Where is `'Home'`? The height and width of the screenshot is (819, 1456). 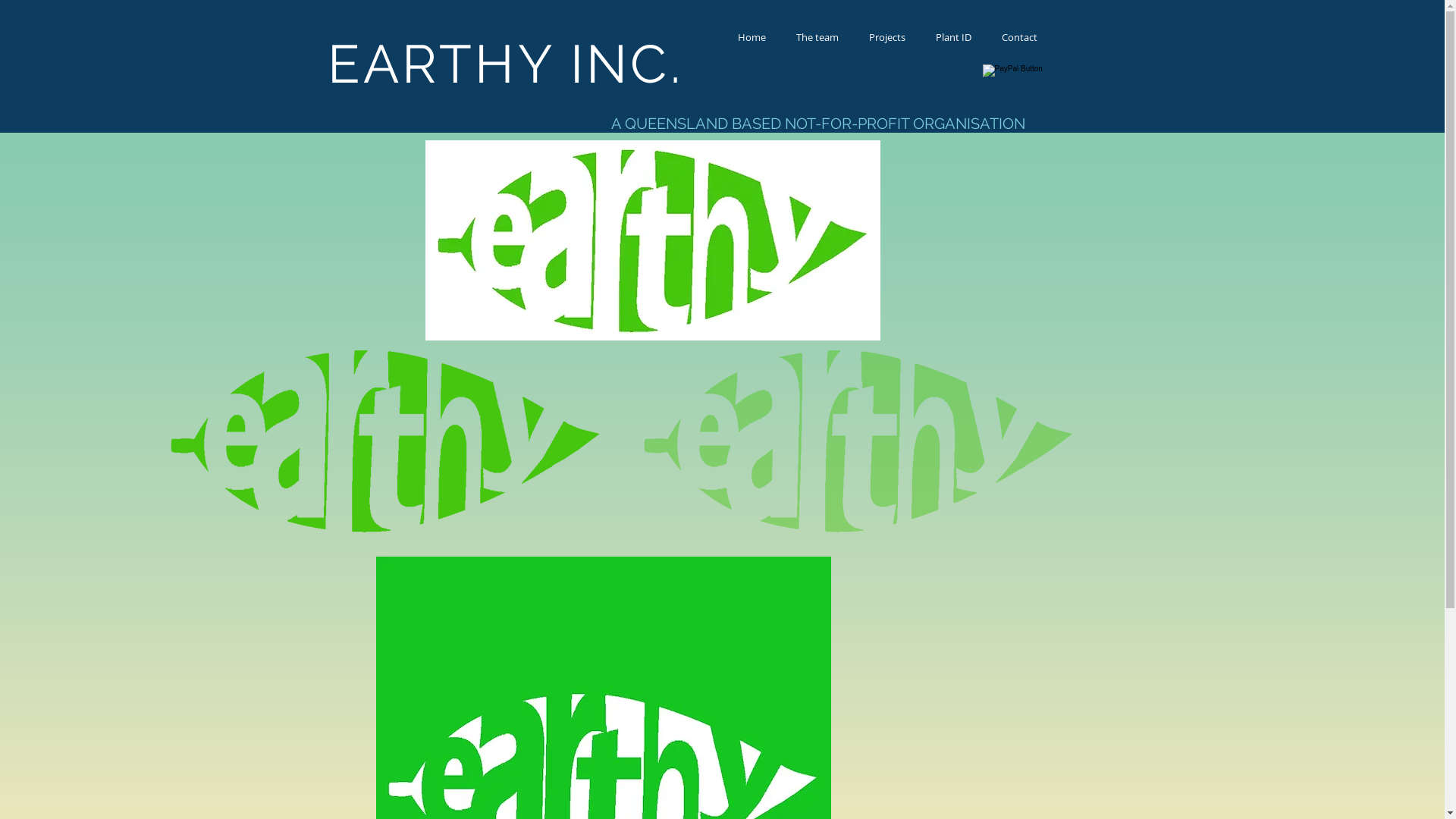
'Home' is located at coordinates (751, 36).